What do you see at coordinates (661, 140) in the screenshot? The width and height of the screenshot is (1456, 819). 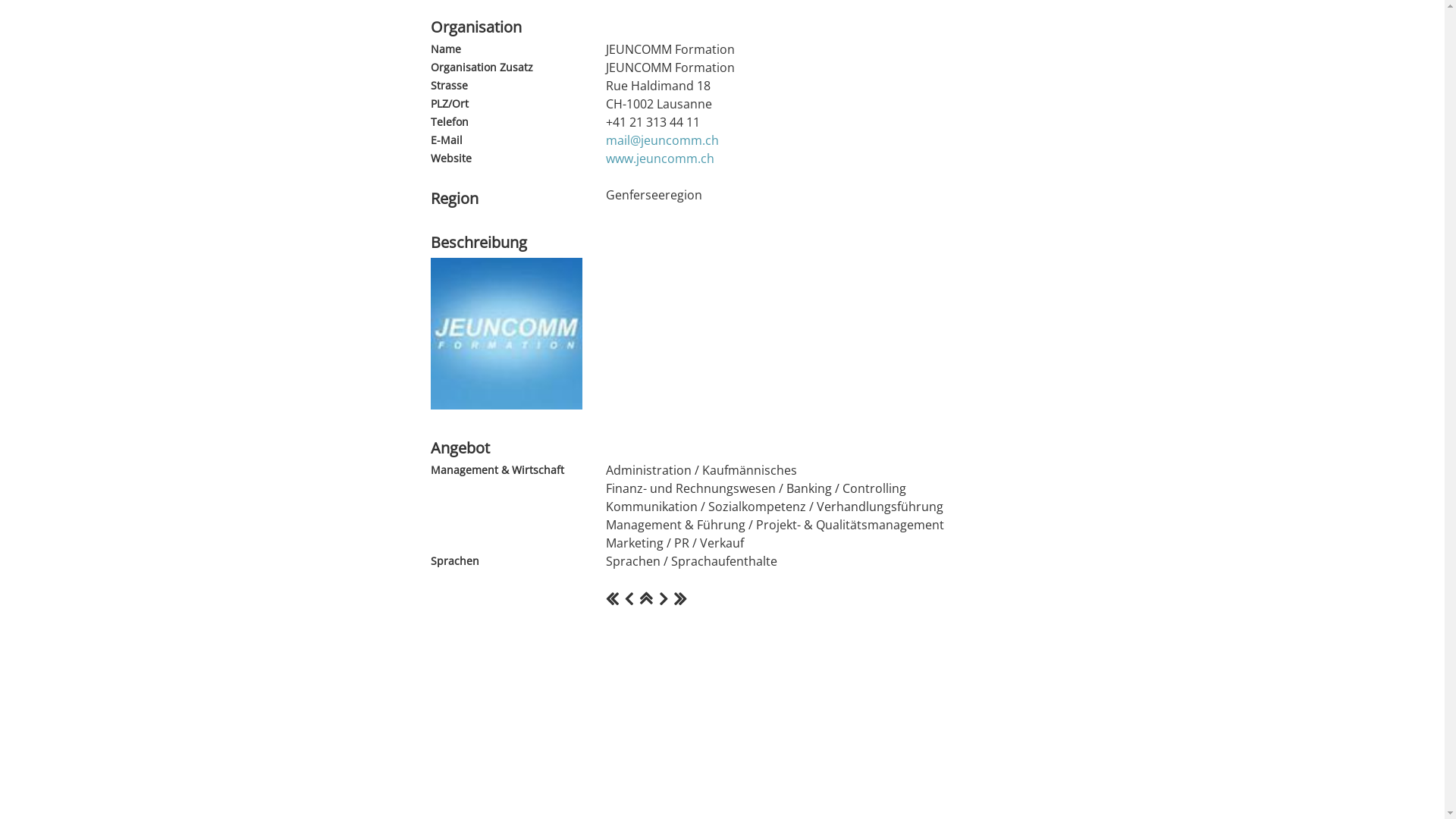 I see `'mail@jeuncomm.ch'` at bounding box center [661, 140].